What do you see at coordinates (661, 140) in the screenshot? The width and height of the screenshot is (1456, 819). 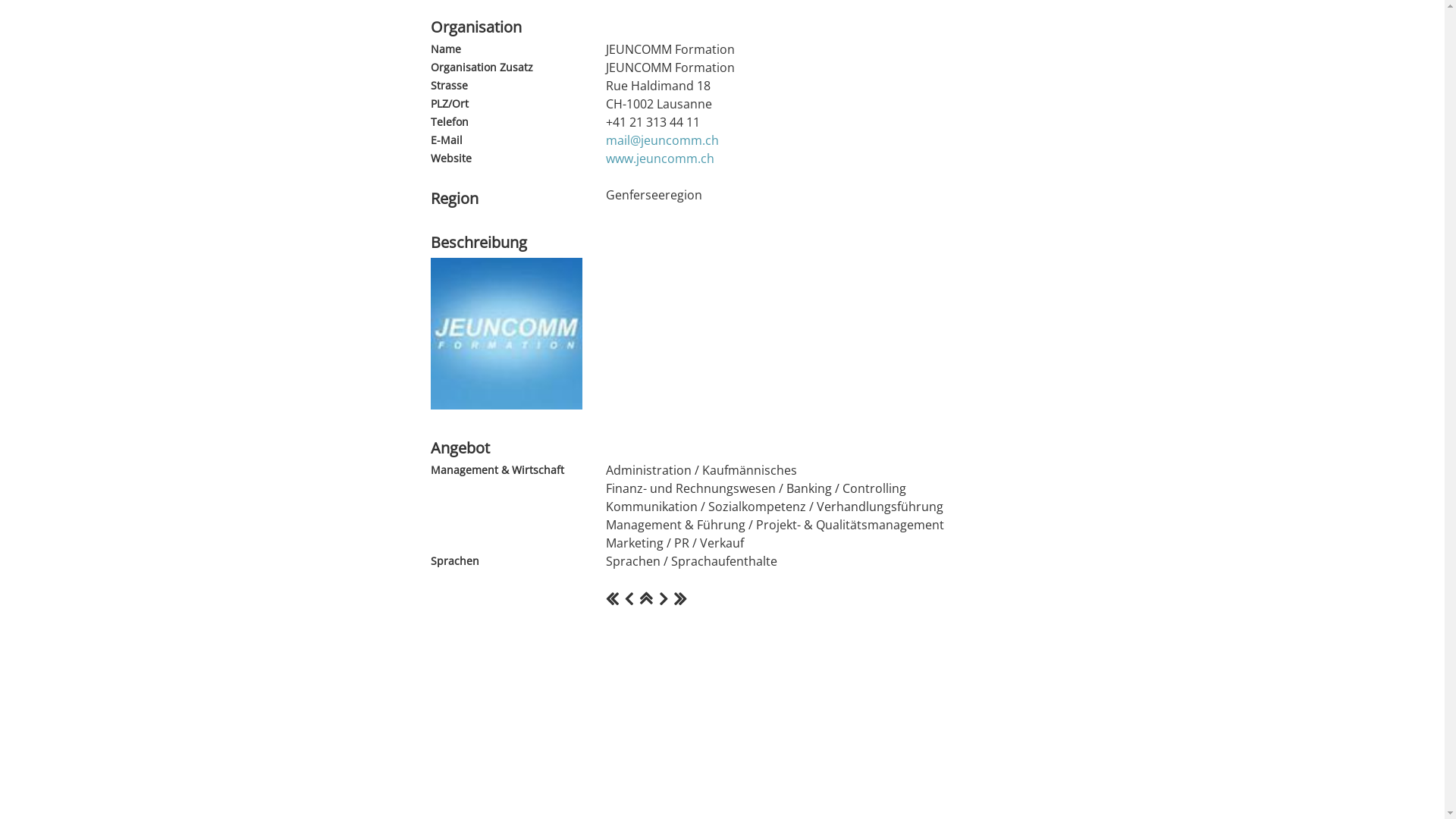 I see `'mail@jeuncomm.ch'` at bounding box center [661, 140].